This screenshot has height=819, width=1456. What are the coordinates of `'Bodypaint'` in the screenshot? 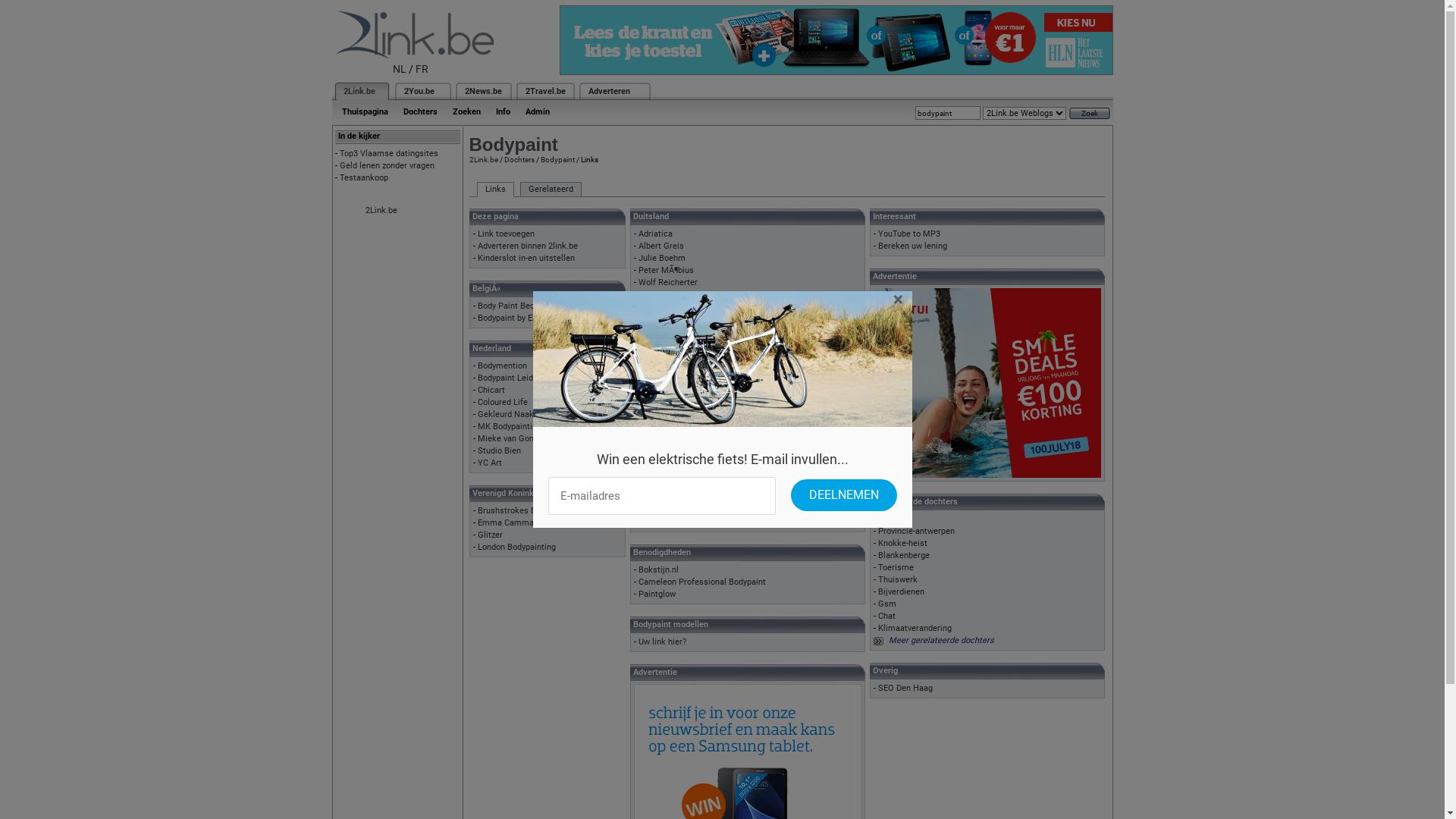 It's located at (539, 159).